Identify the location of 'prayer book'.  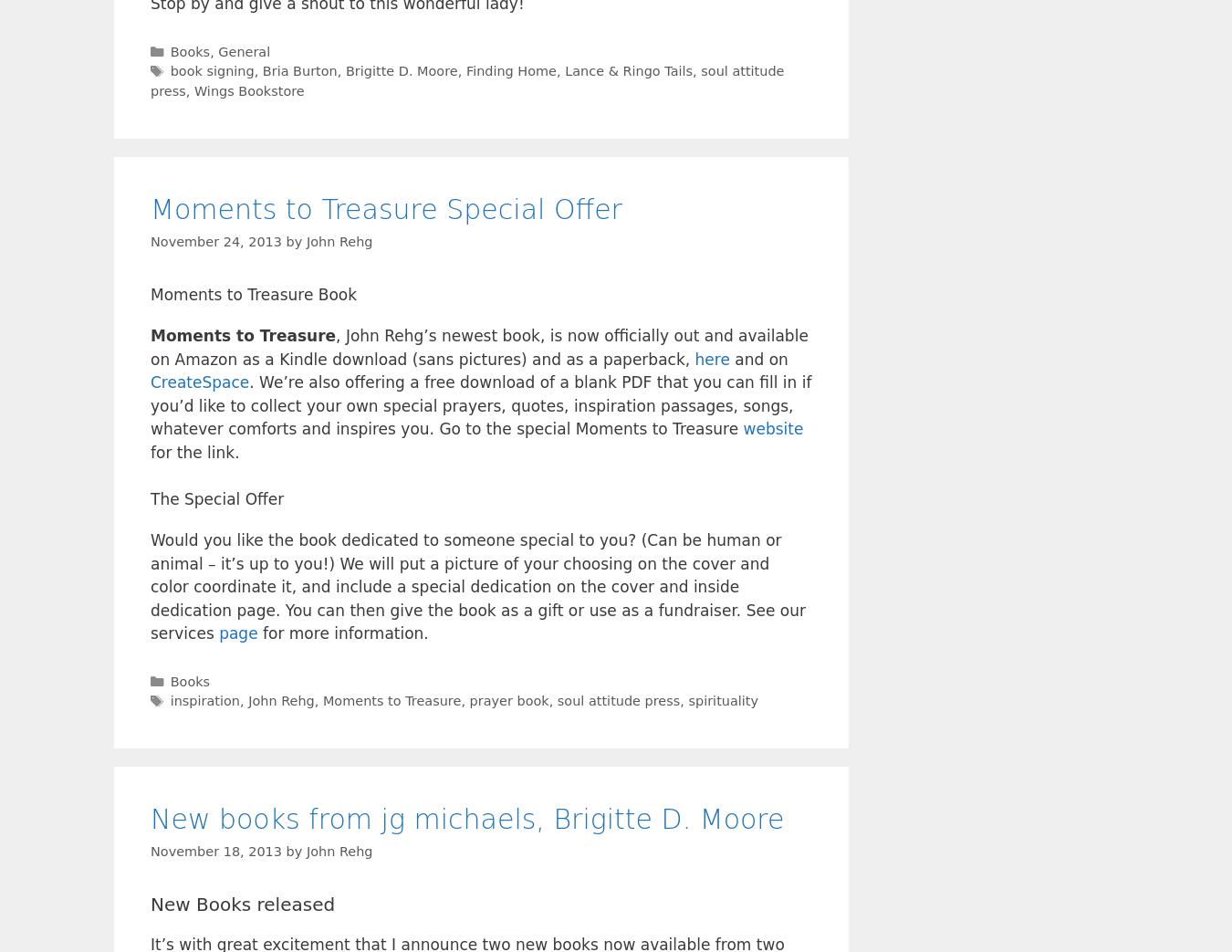
(507, 699).